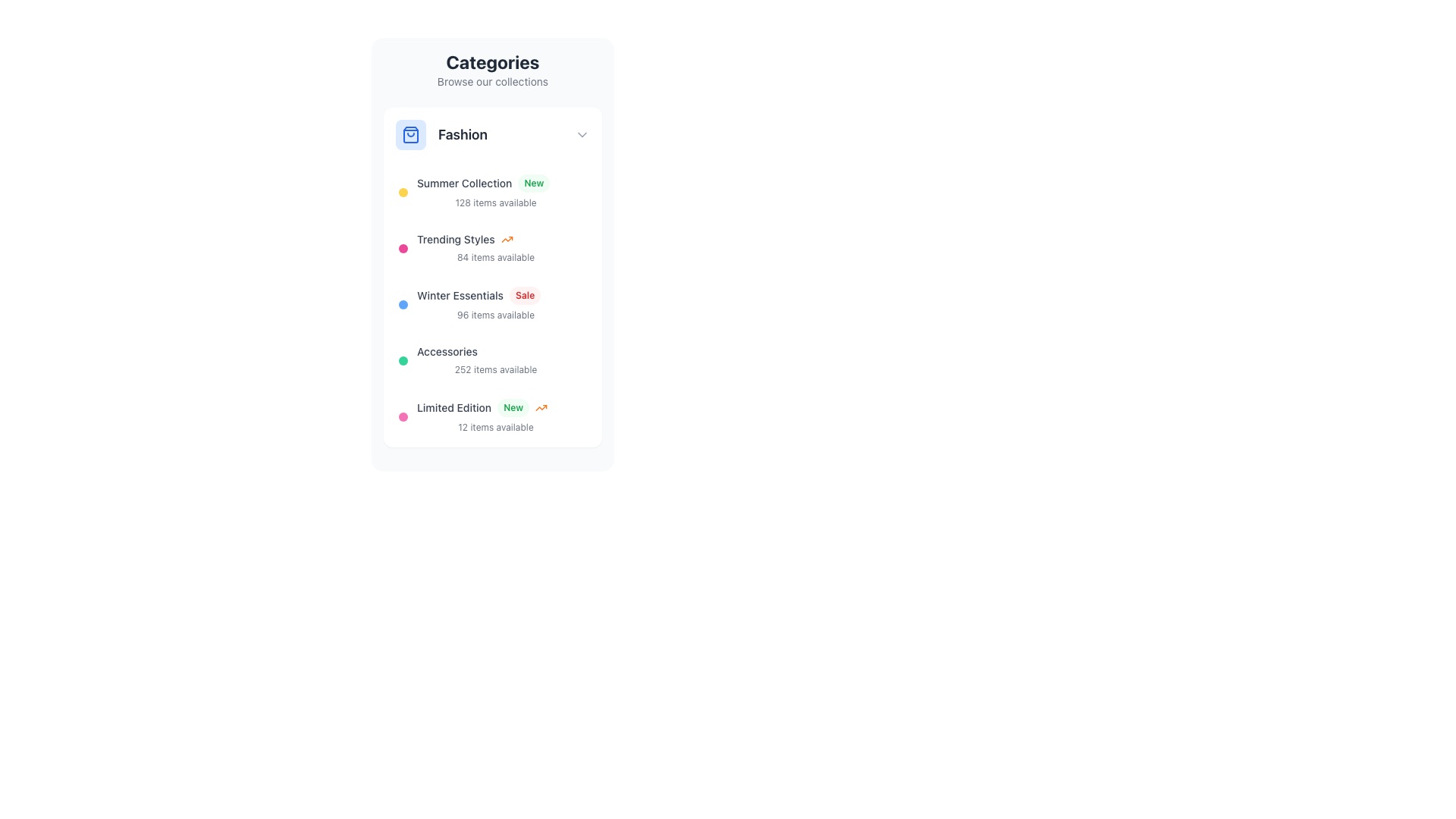 This screenshot has height=819, width=1456. What do you see at coordinates (495, 369) in the screenshot?
I see `the Text label indicating the number of items available for the 'Accessories' category, which is located below the 'Accessories' label in the 'Categories' section of the interface` at bounding box center [495, 369].